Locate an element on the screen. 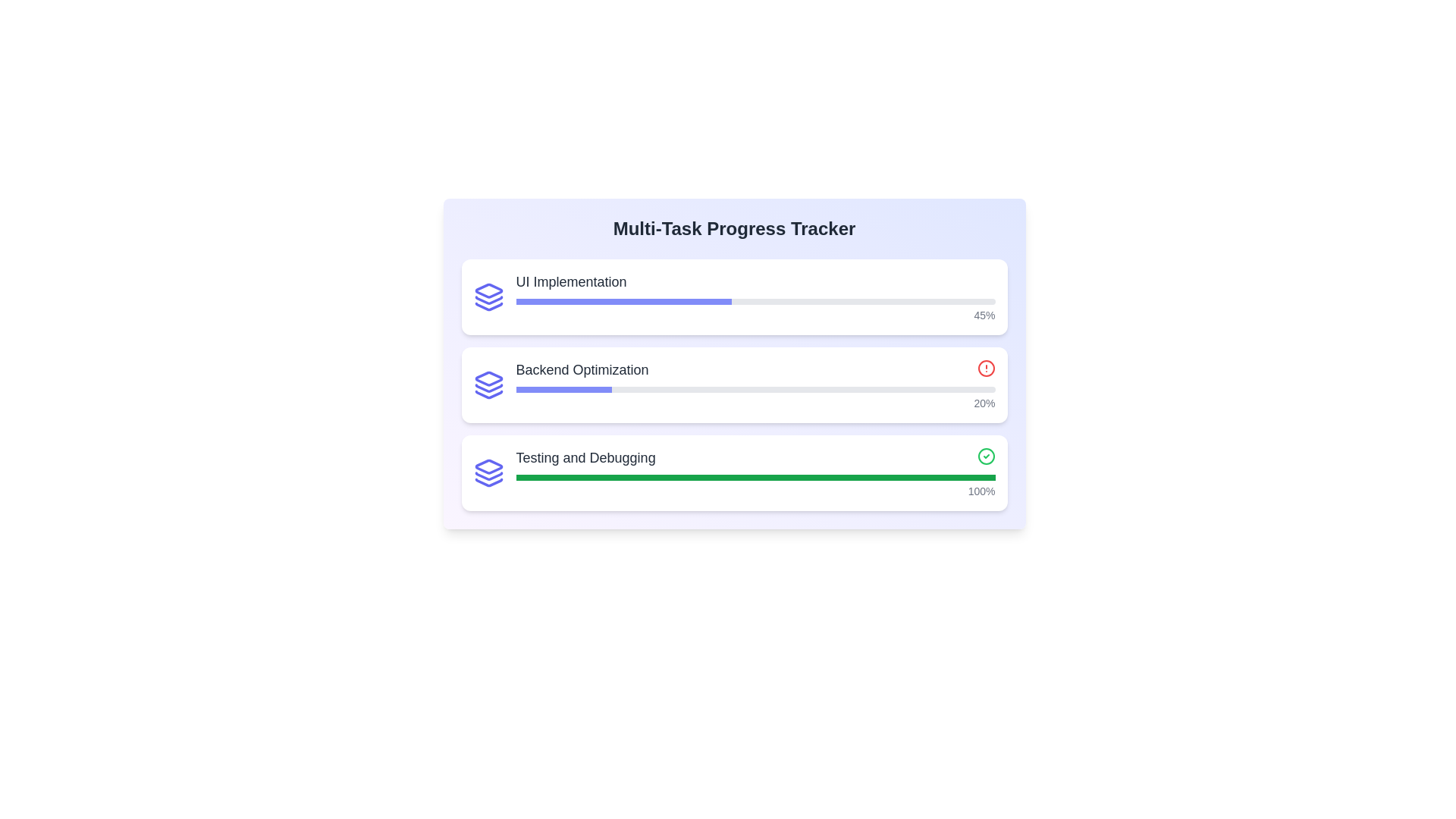  the circular graphical object with a red border and white interior, which is part of the alert icon located next to the 'Backend Optimization' task label in the progress tracker interface is located at coordinates (986, 369).